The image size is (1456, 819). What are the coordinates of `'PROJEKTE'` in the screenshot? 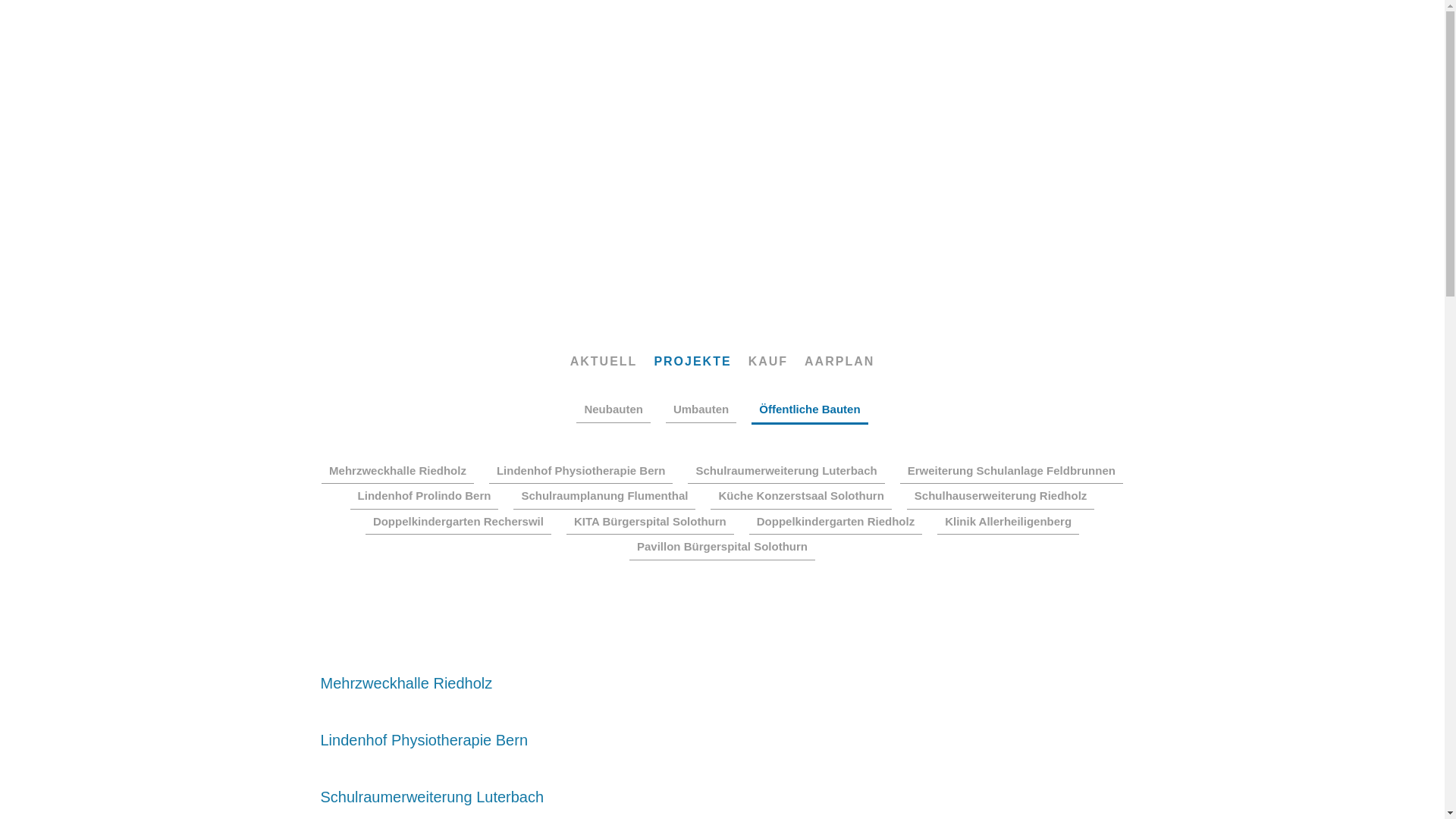 It's located at (691, 362).